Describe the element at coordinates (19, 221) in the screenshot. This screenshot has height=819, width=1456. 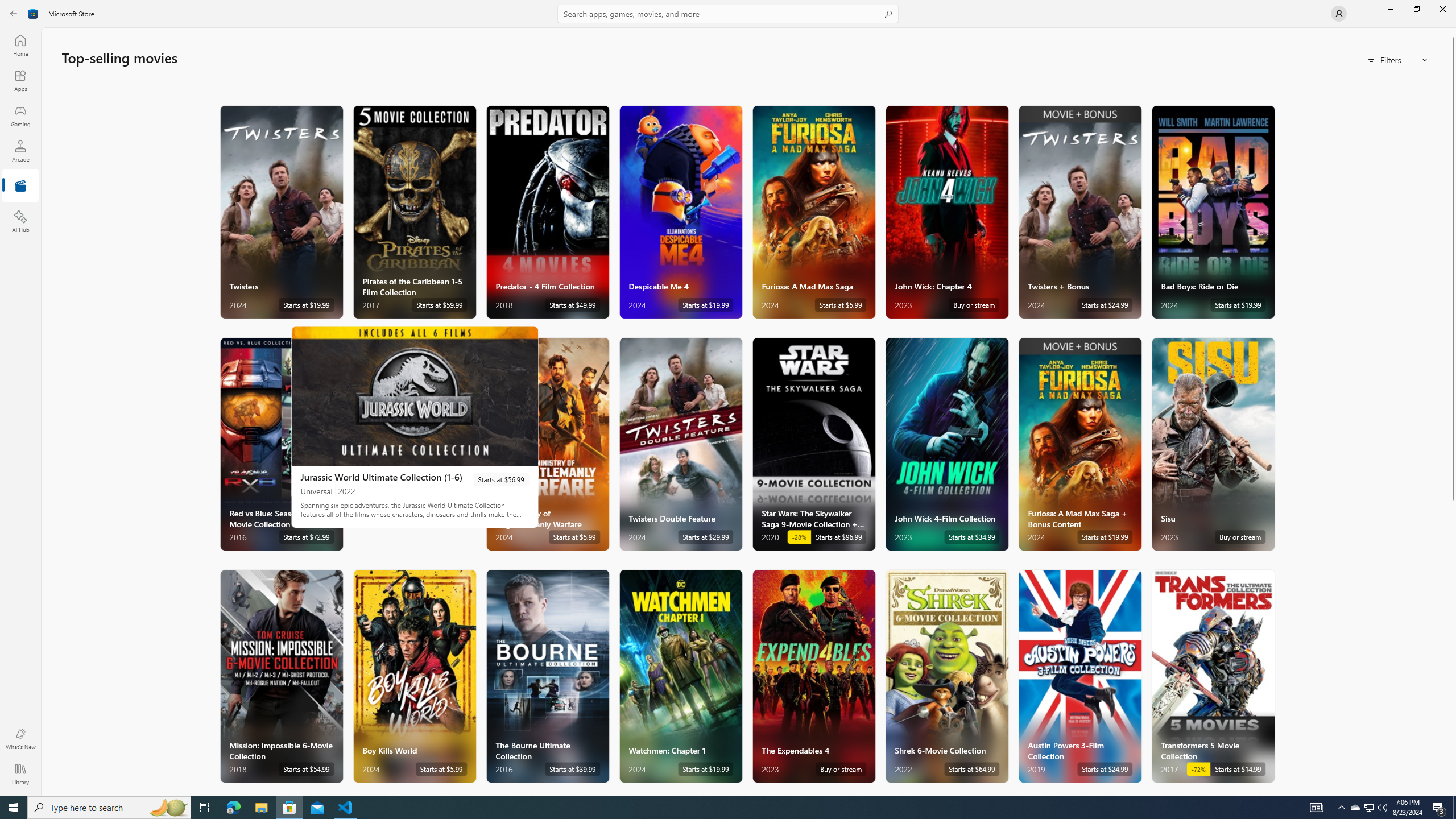
I see `'AI Hub'` at that location.